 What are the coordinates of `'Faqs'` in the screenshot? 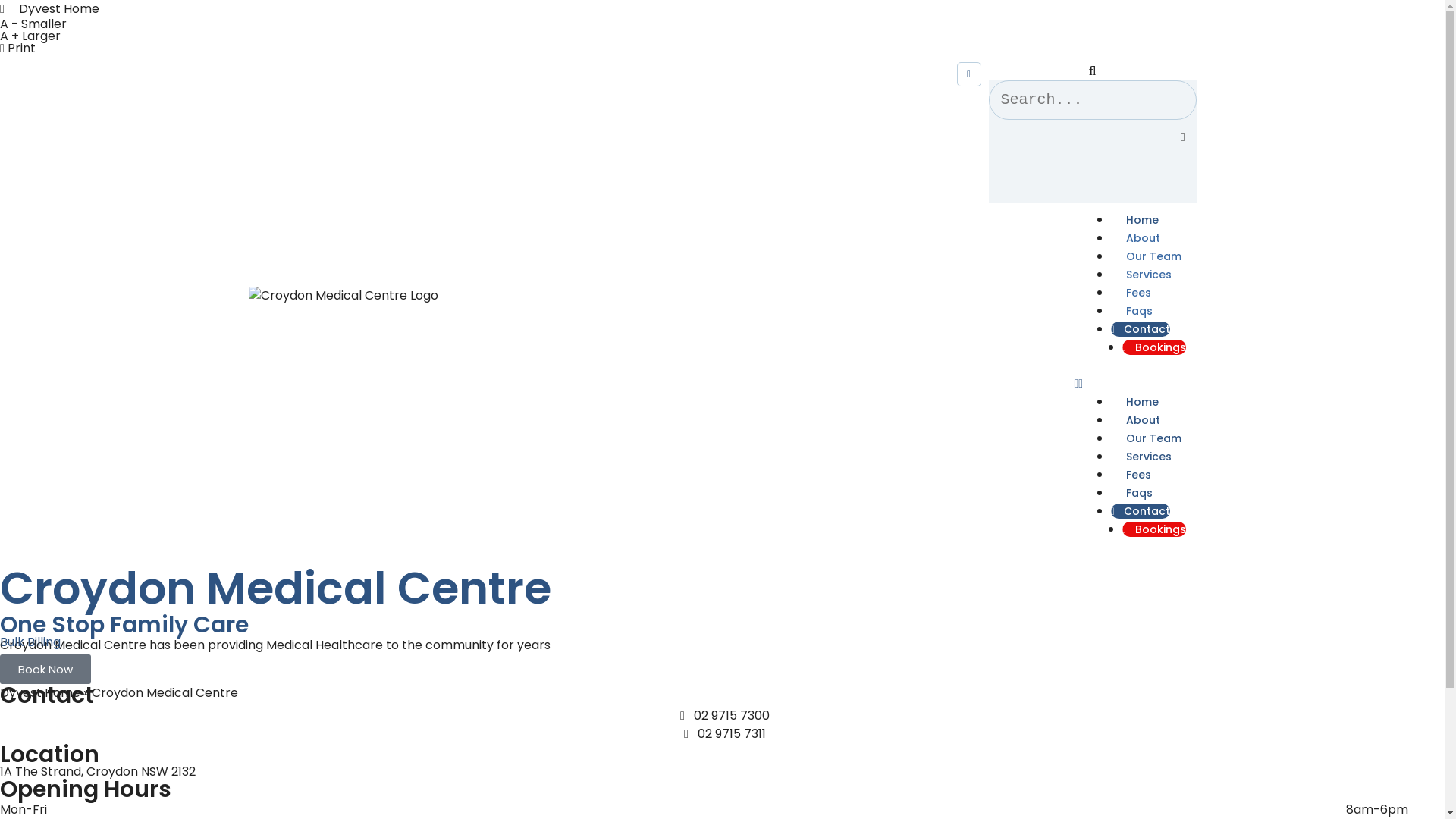 It's located at (1138, 494).